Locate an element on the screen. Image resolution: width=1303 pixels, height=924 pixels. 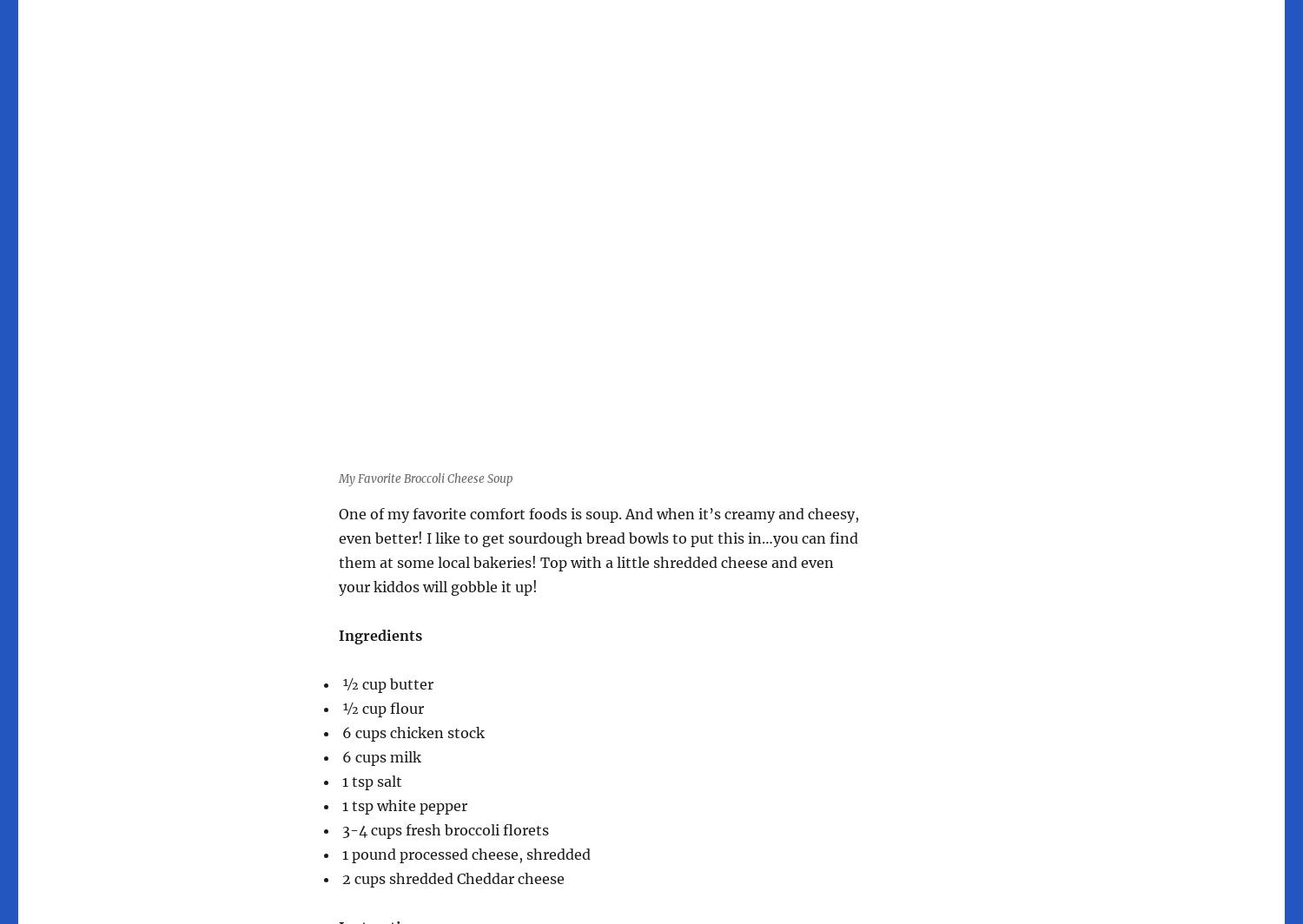
'3-4 cups fresh broccoli florets' is located at coordinates (444, 830).